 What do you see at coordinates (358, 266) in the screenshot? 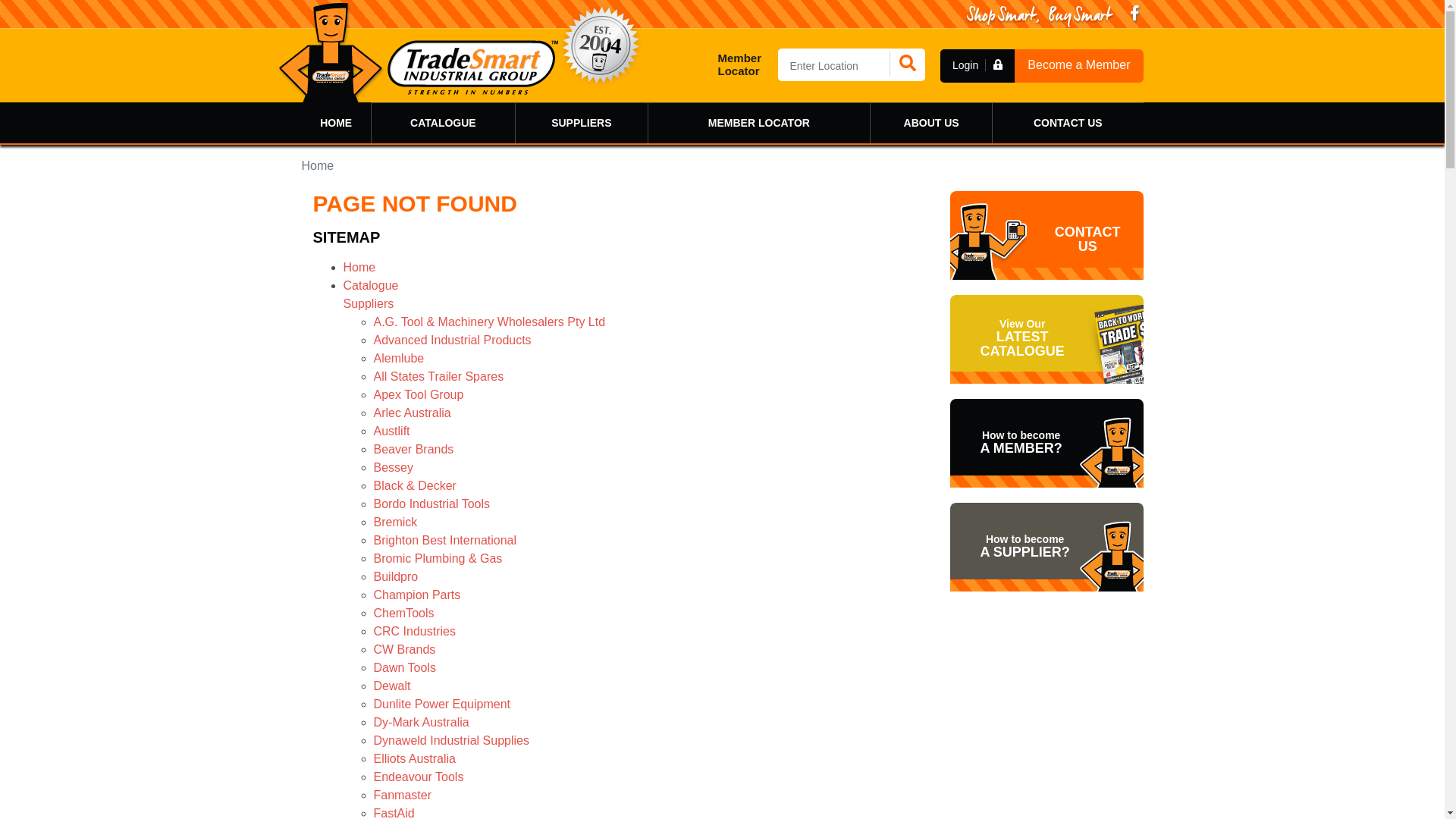
I see `'Home'` at bounding box center [358, 266].